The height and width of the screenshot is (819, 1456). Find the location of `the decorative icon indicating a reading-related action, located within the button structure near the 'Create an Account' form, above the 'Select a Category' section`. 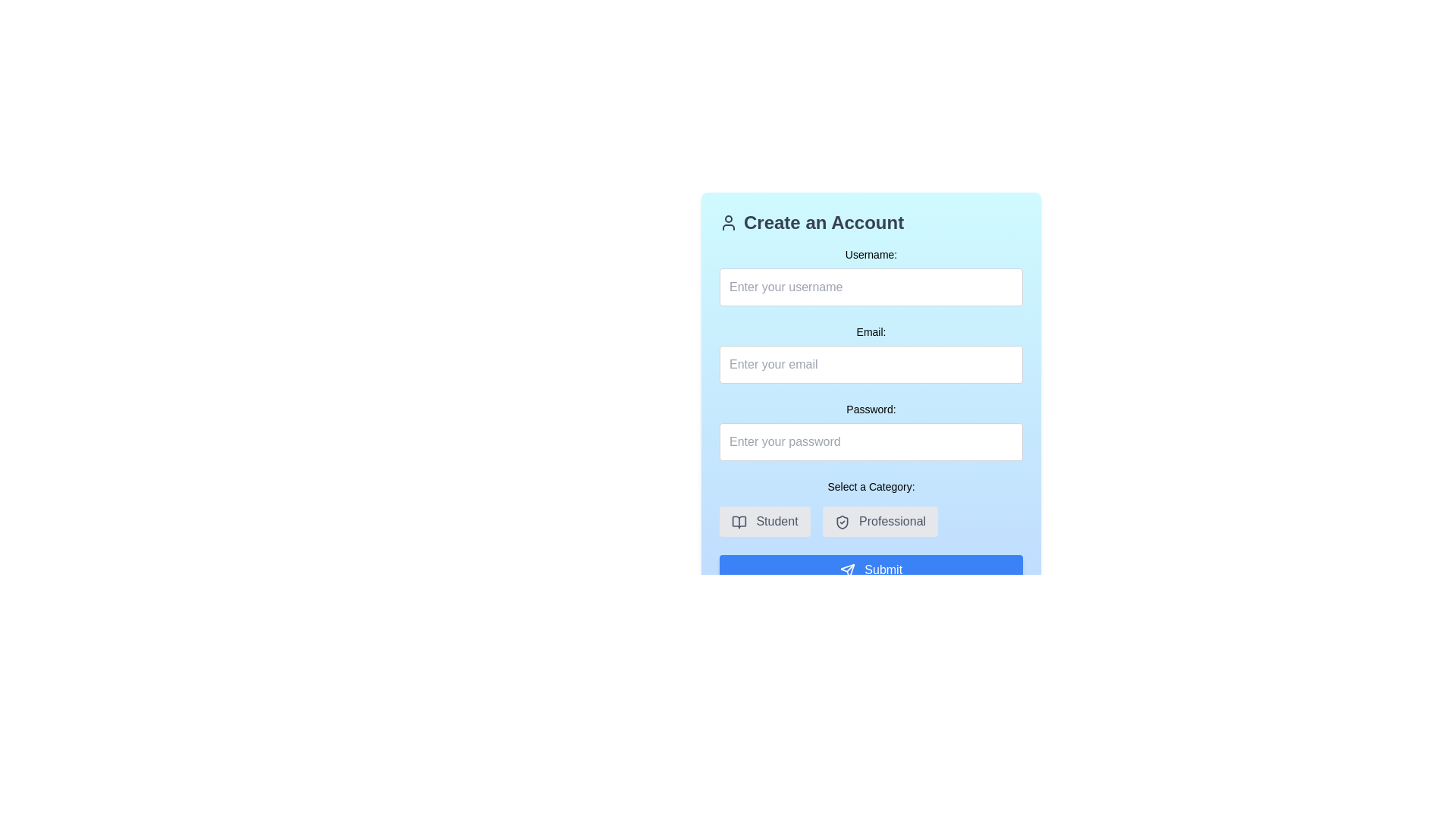

the decorative icon indicating a reading-related action, located within the button structure near the 'Create an Account' form, above the 'Select a Category' section is located at coordinates (739, 520).